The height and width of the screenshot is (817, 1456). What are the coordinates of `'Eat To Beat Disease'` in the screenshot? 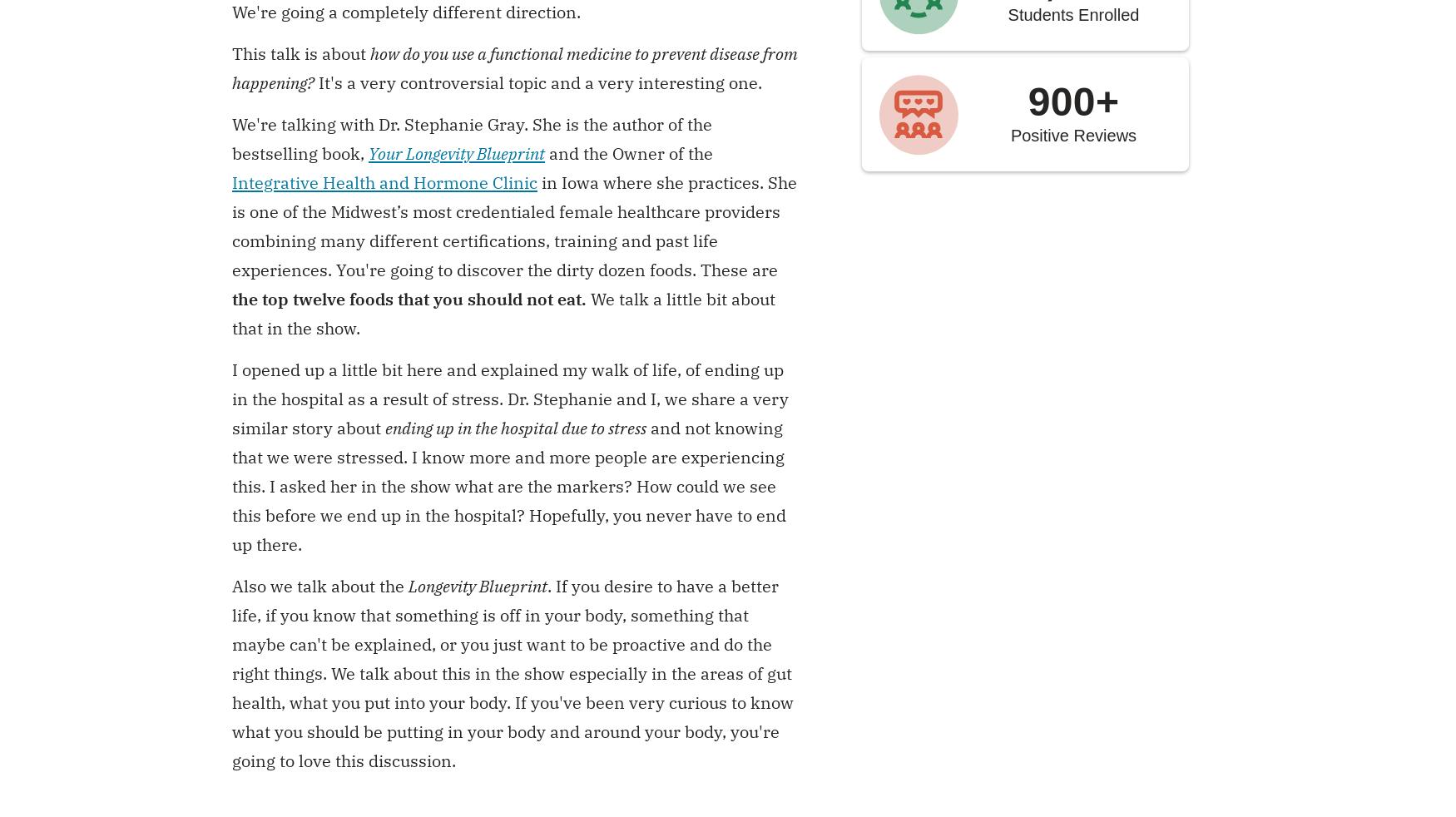 It's located at (852, 149).